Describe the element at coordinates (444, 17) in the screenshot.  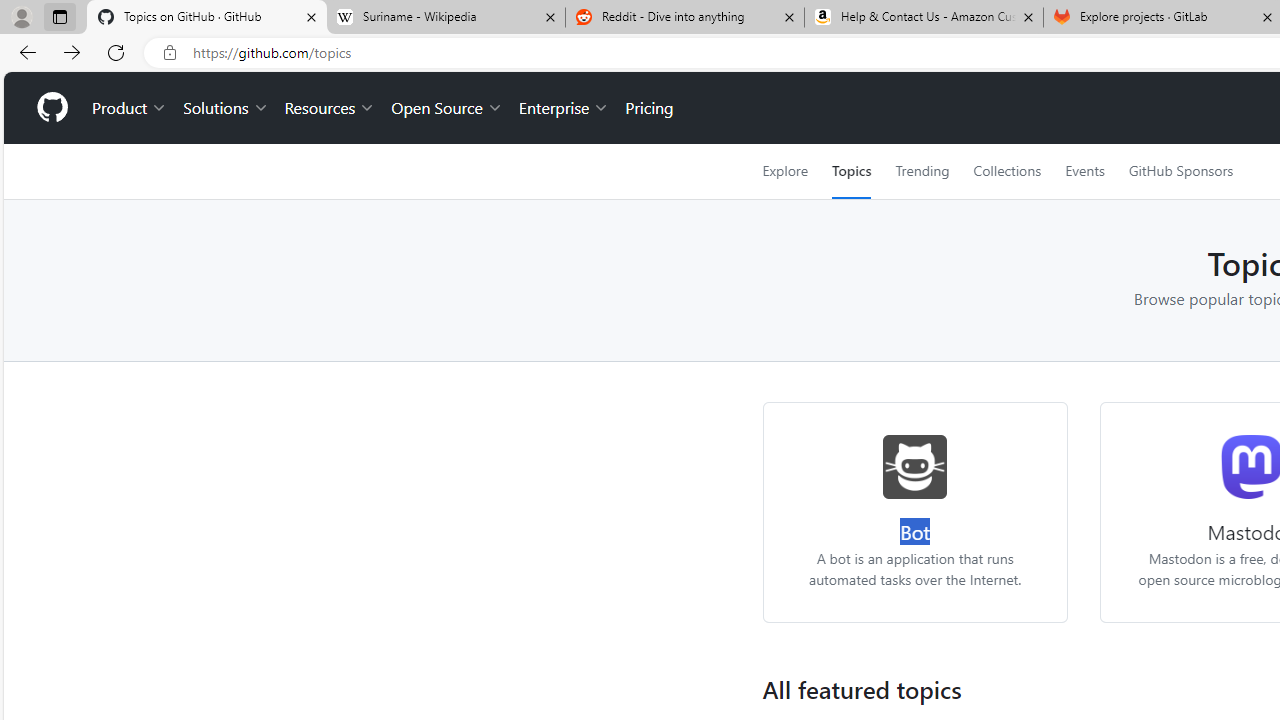
I see `'Suriname - Wikipedia'` at that location.